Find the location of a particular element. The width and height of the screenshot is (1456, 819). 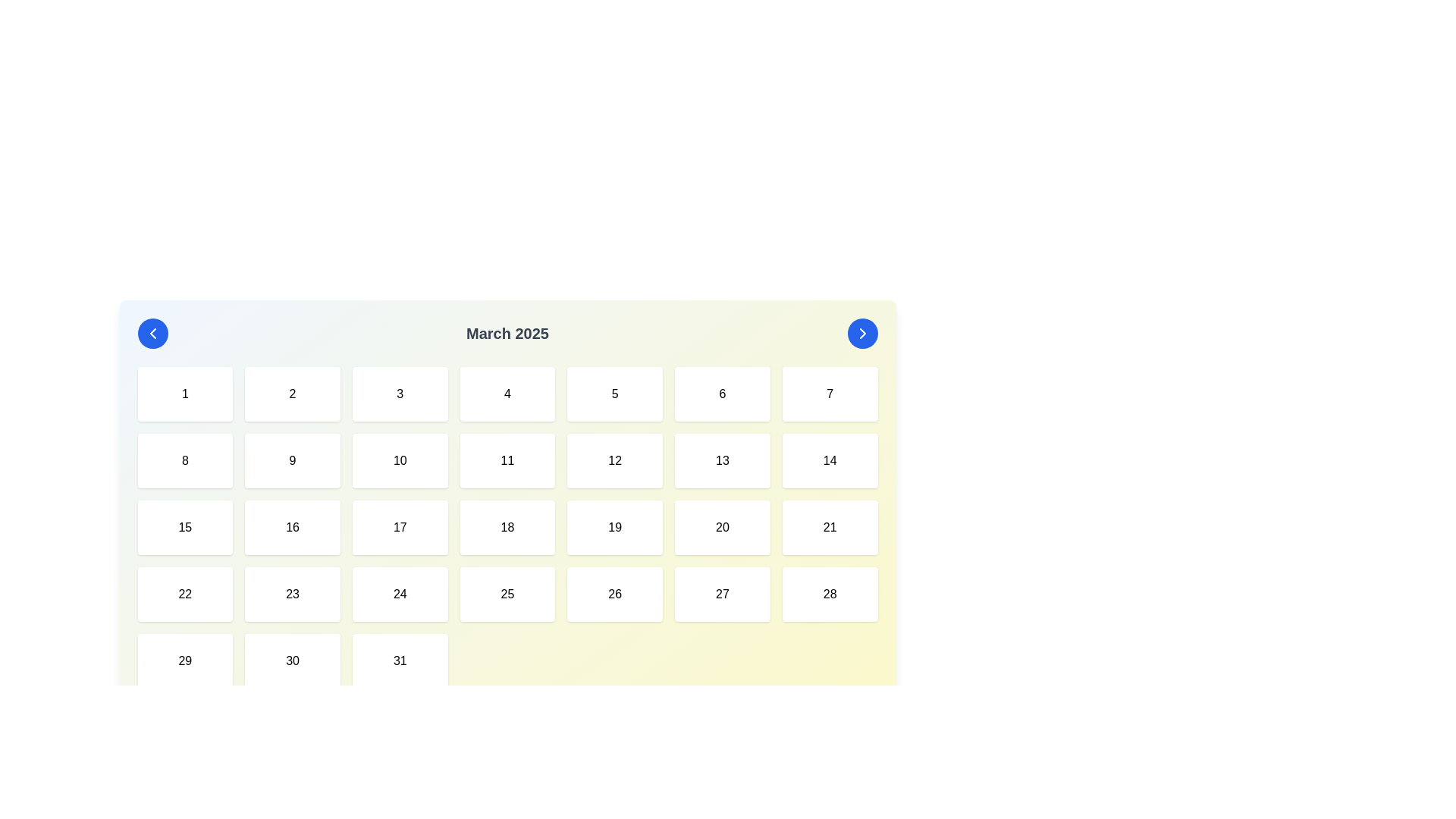

the interactive calendar date element representing the date '3' is located at coordinates (400, 394).